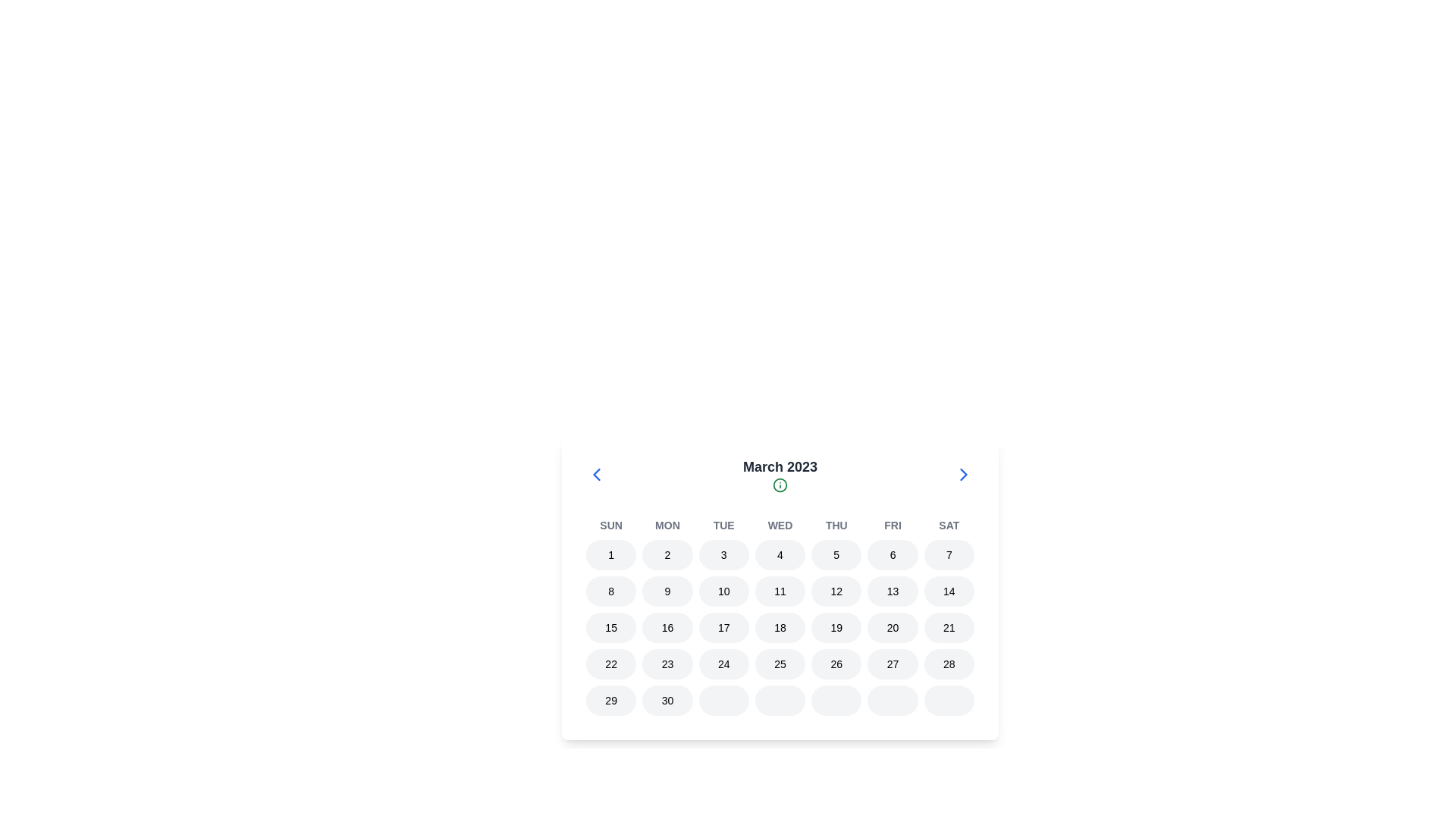 This screenshot has width=1456, height=819. What do you see at coordinates (667, 628) in the screenshot?
I see `the button-like calendar date cell representing the 16th date in the calendar view` at bounding box center [667, 628].